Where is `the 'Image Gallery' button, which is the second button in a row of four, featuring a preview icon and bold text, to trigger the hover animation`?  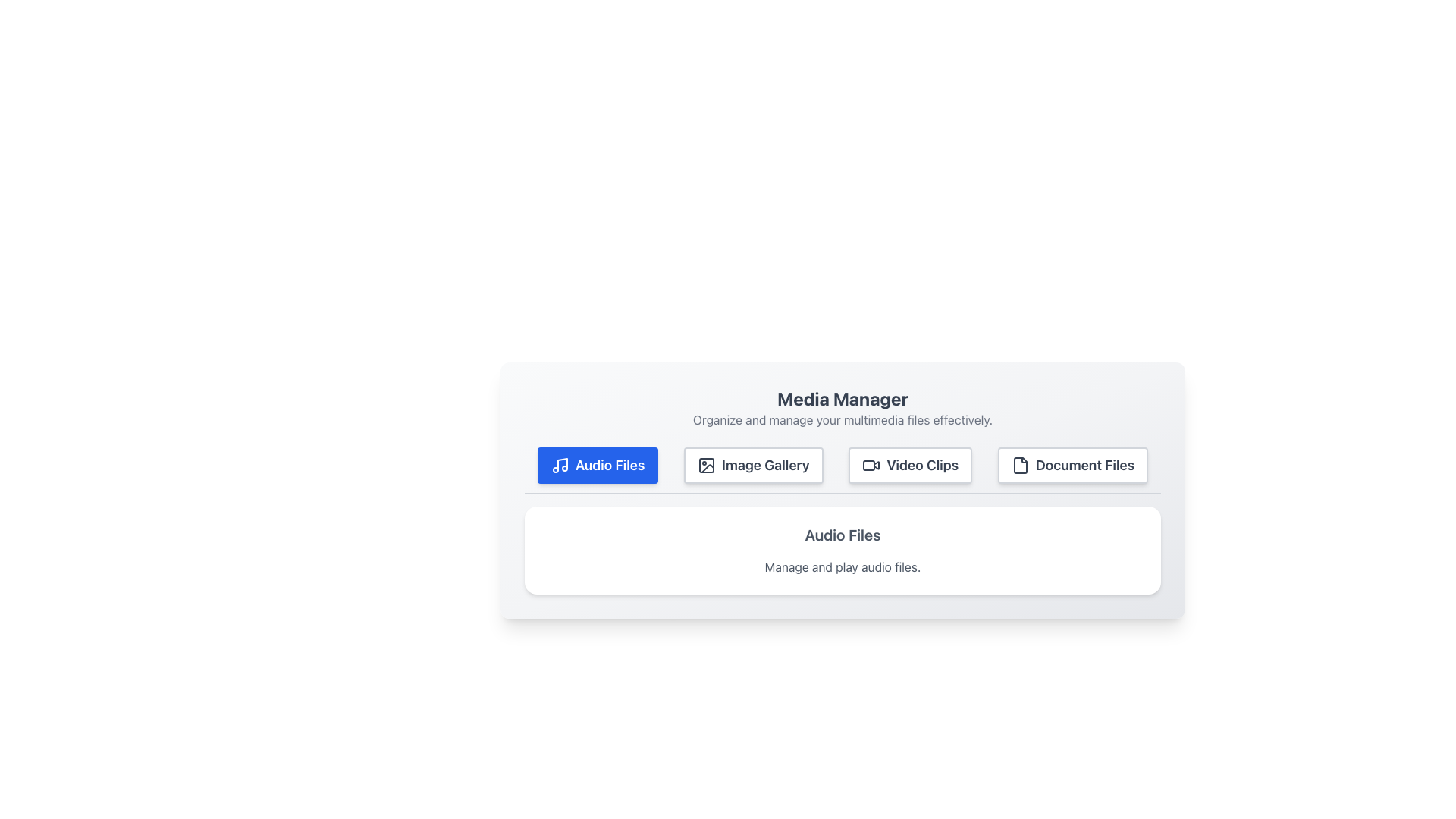
the 'Image Gallery' button, which is the second button in a row of four, featuring a preview icon and bold text, to trigger the hover animation is located at coordinates (753, 464).